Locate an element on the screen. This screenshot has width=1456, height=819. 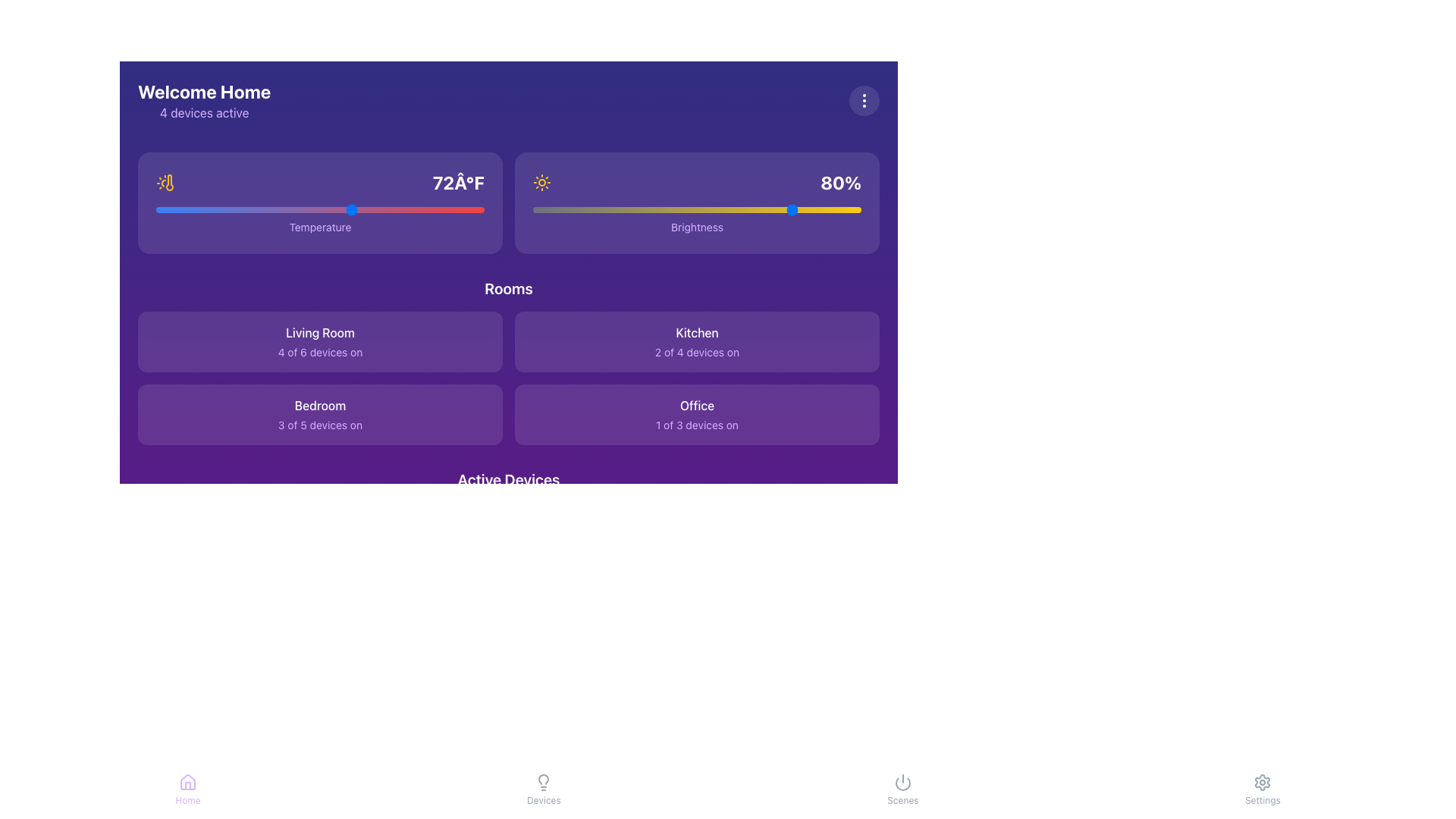
the 'Home' icon in the bottom navigation menu, which serves as an indicator for the Home section of the application is located at coordinates (187, 783).